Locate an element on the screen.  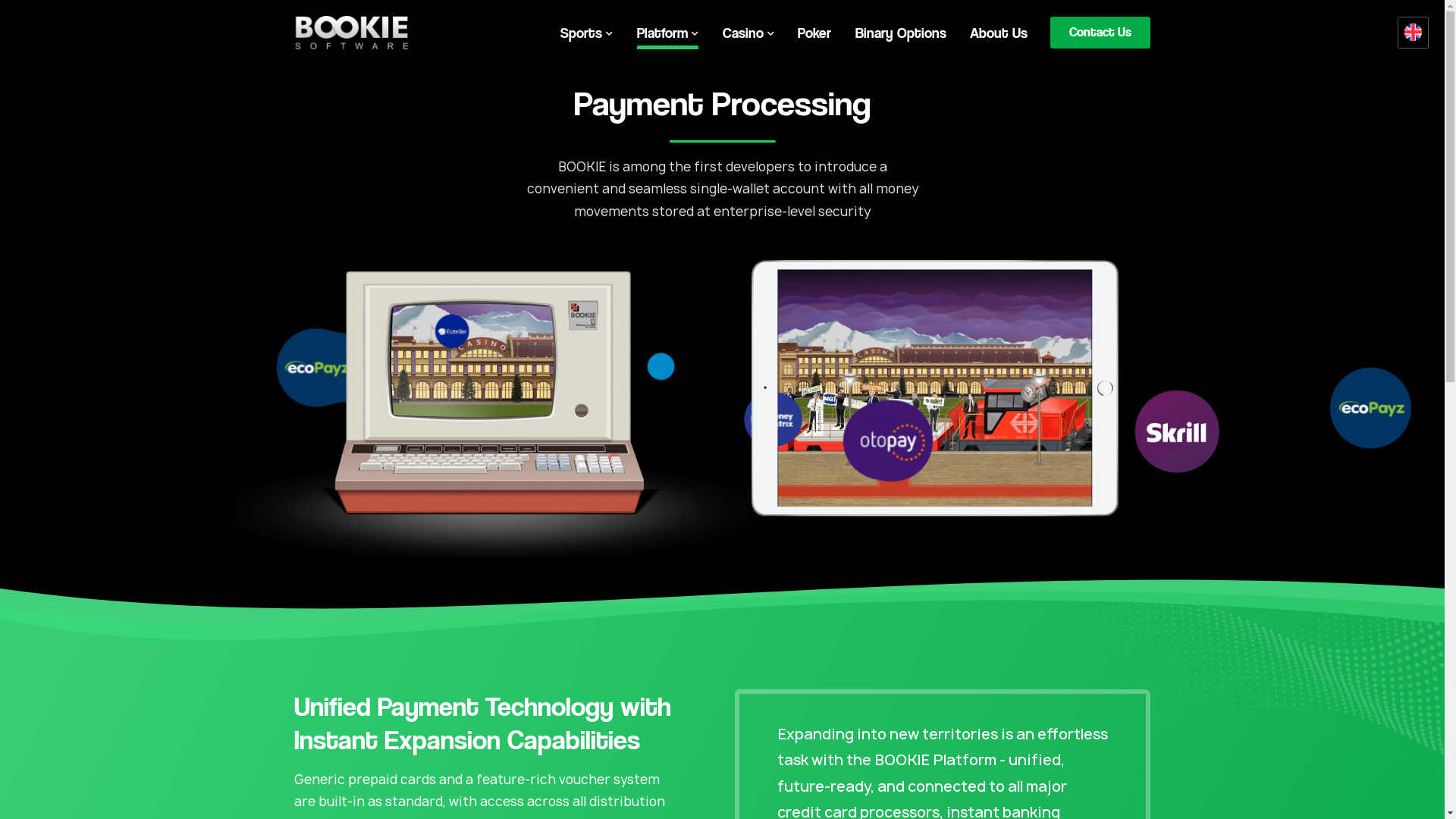
'Poker' is located at coordinates (713, 29).